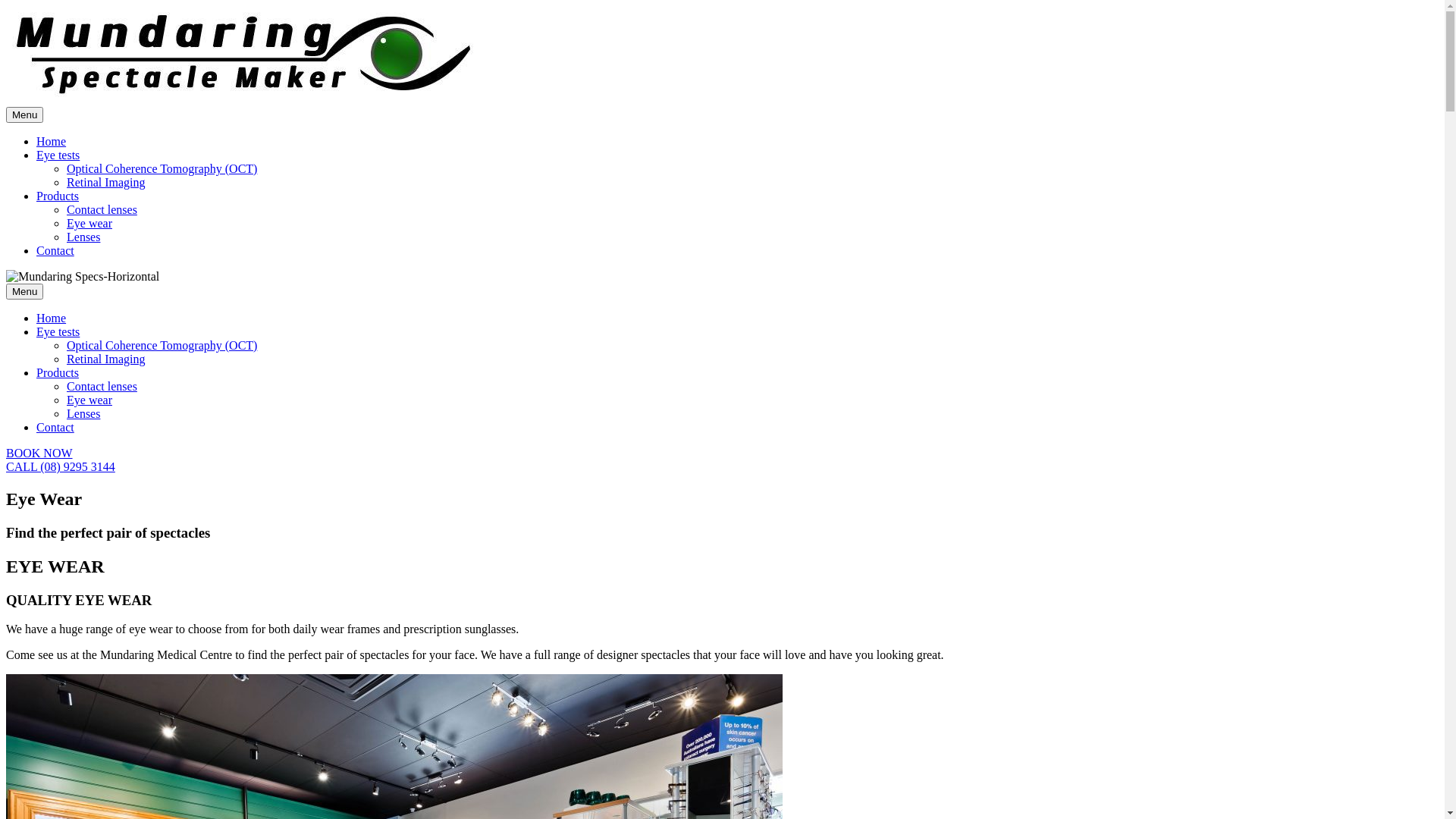  What do you see at coordinates (6, 277) in the screenshot?
I see `'Mundaring Specs-Horizontal'` at bounding box center [6, 277].